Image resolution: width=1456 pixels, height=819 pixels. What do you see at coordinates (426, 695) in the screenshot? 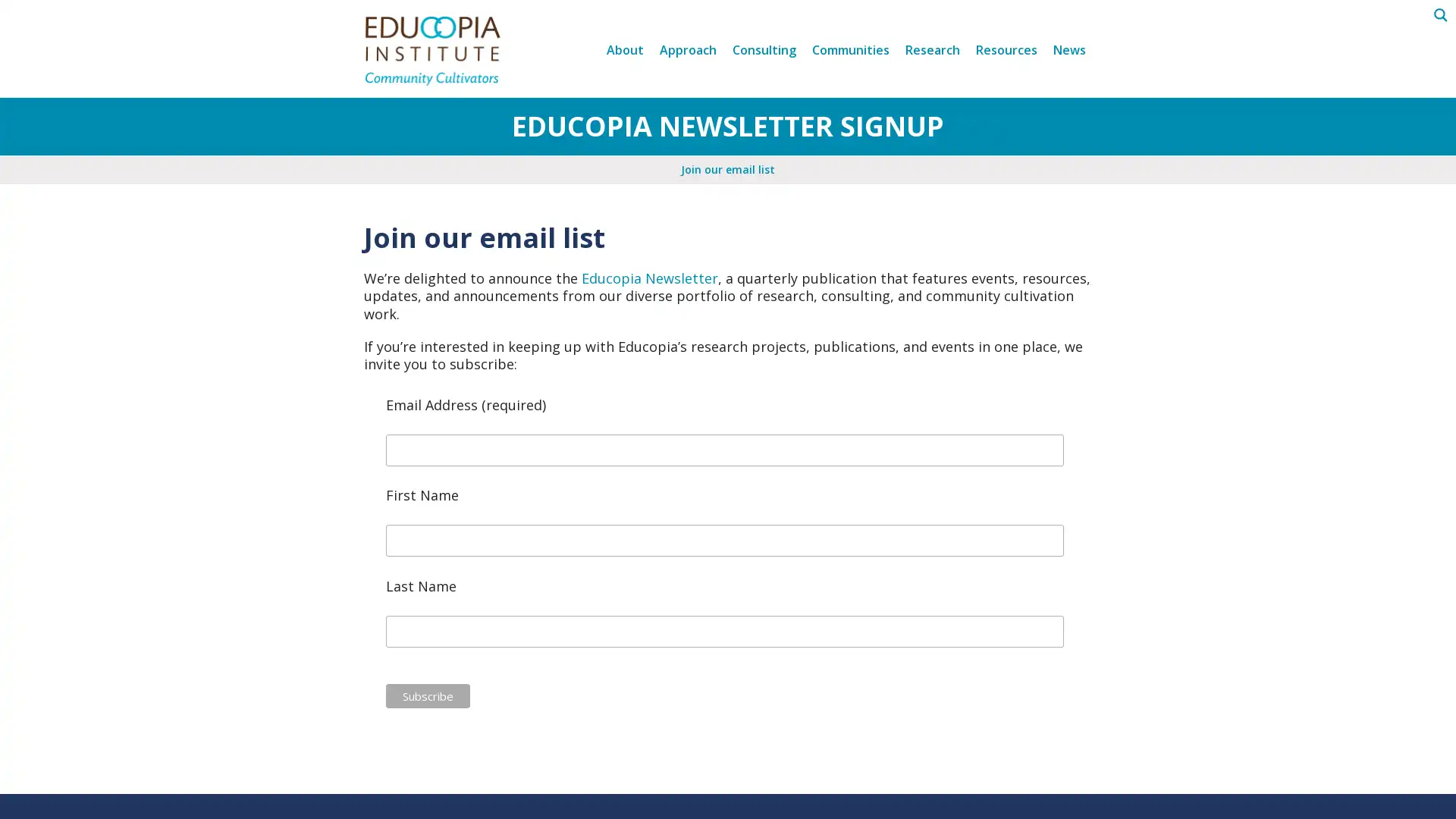
I see `Subscribe` at bounding box center [426, 695].